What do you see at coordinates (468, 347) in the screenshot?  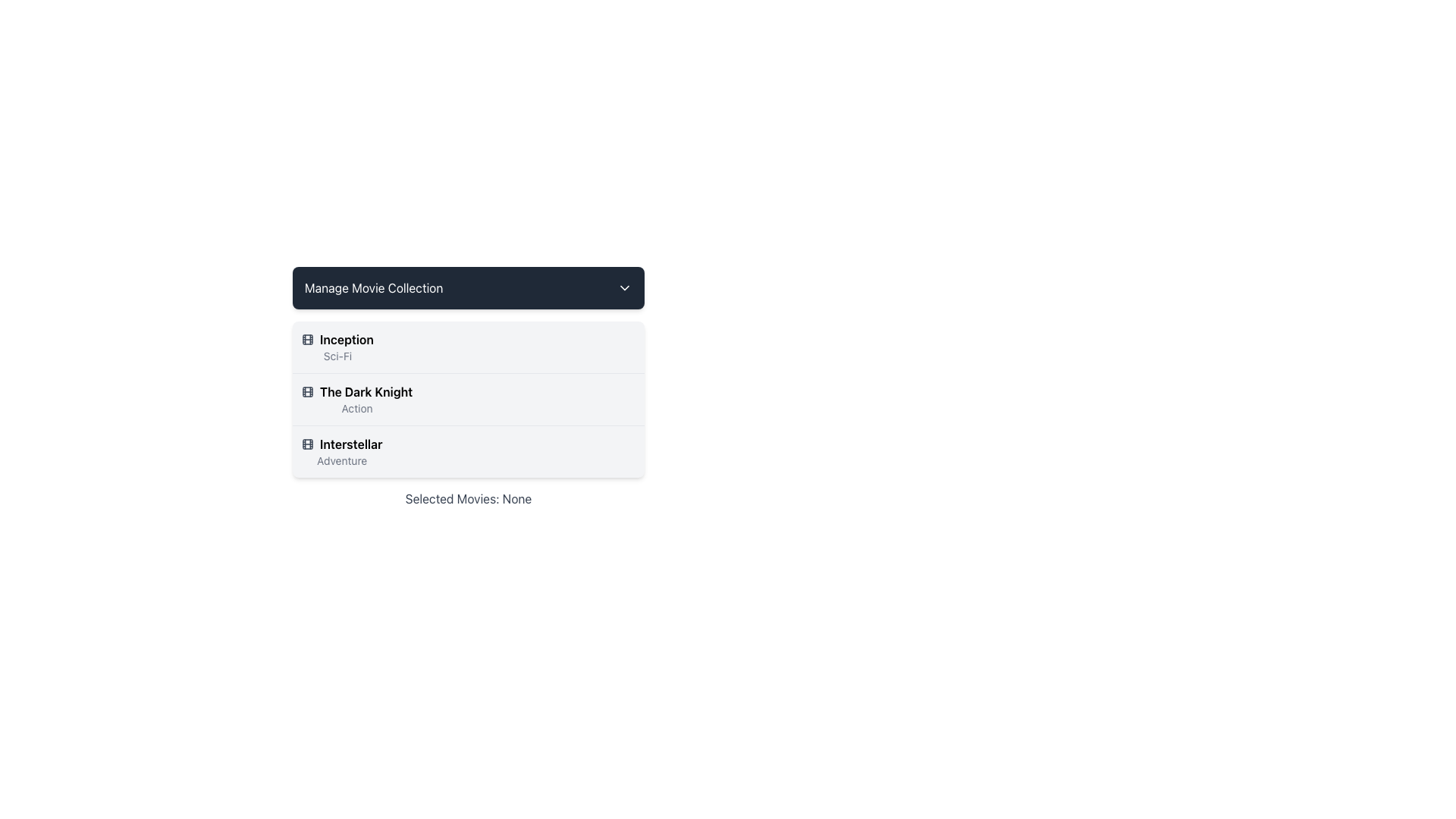 I see `the first movie list item displaying a movie title and its genre, located under the 'Manage Movie Collection' dropdown menu` at bounding box center [468, 347].